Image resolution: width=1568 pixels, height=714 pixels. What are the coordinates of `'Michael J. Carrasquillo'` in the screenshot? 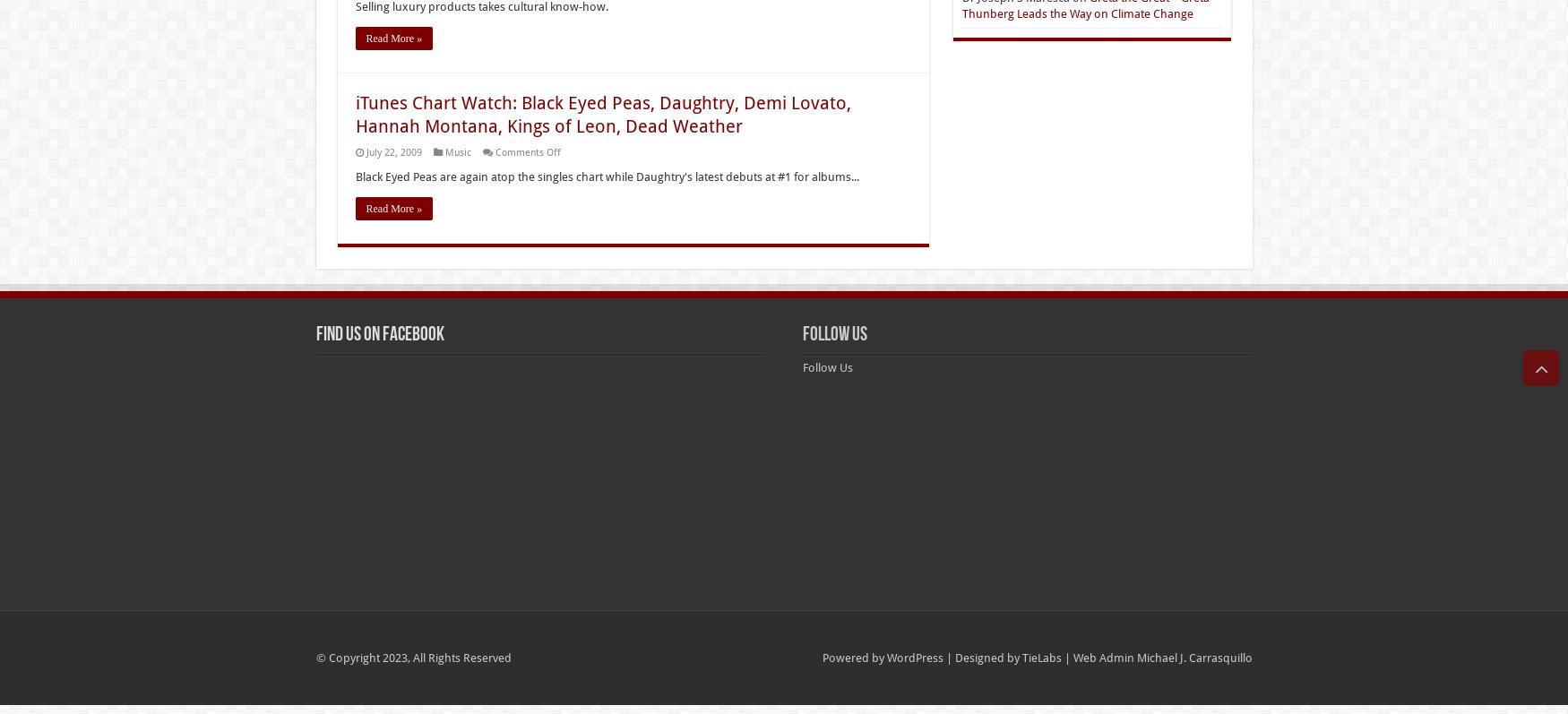 It's located at (1193, 658).